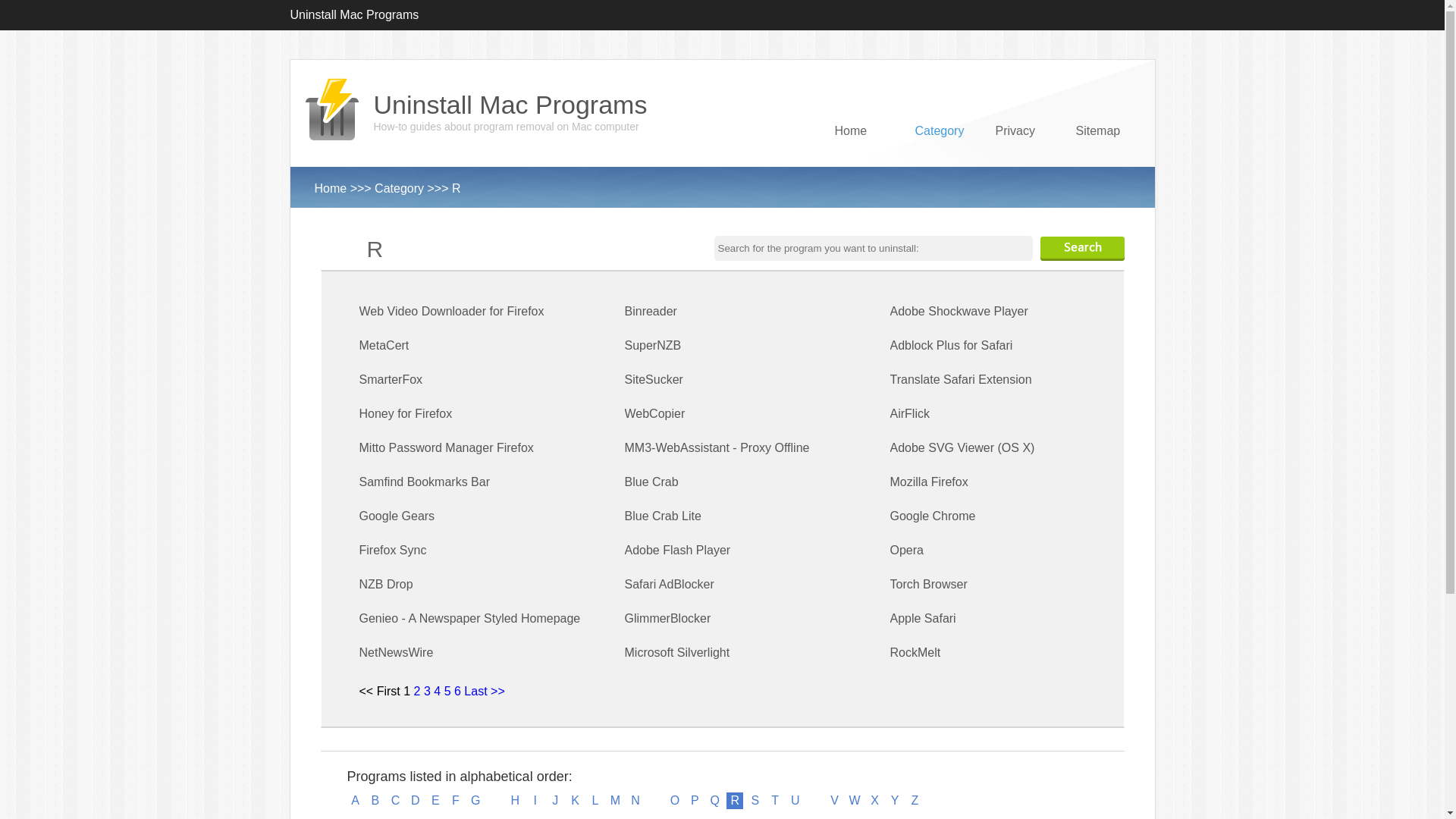 The height and width of the screenshot is (819, 1456). Describe the element at coordinates (927, 583) in the screenshot. I see `'Torch Browser'` at that location.